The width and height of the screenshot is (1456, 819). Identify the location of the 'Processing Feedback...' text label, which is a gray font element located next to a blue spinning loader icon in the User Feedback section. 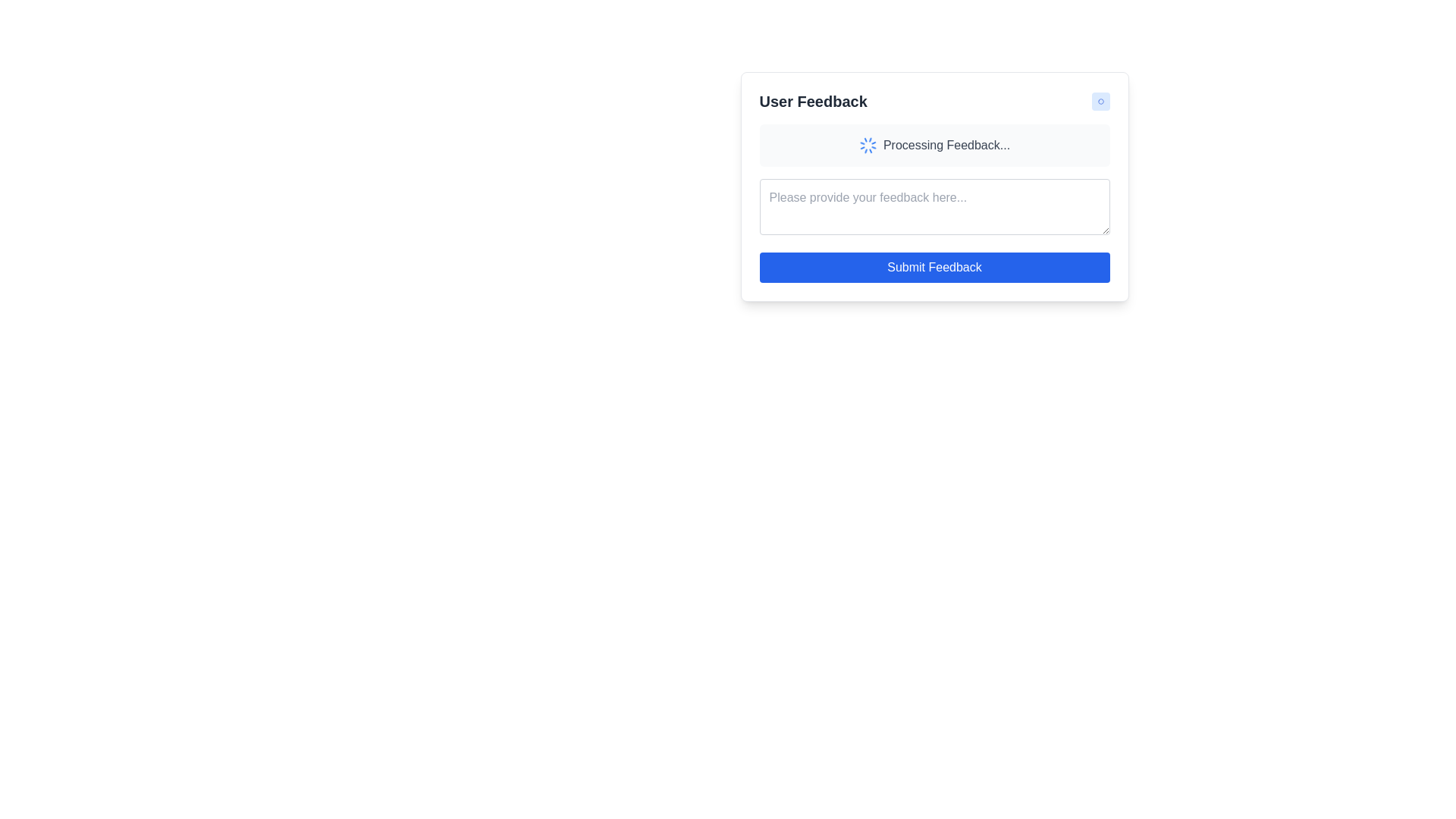
(946, 146).